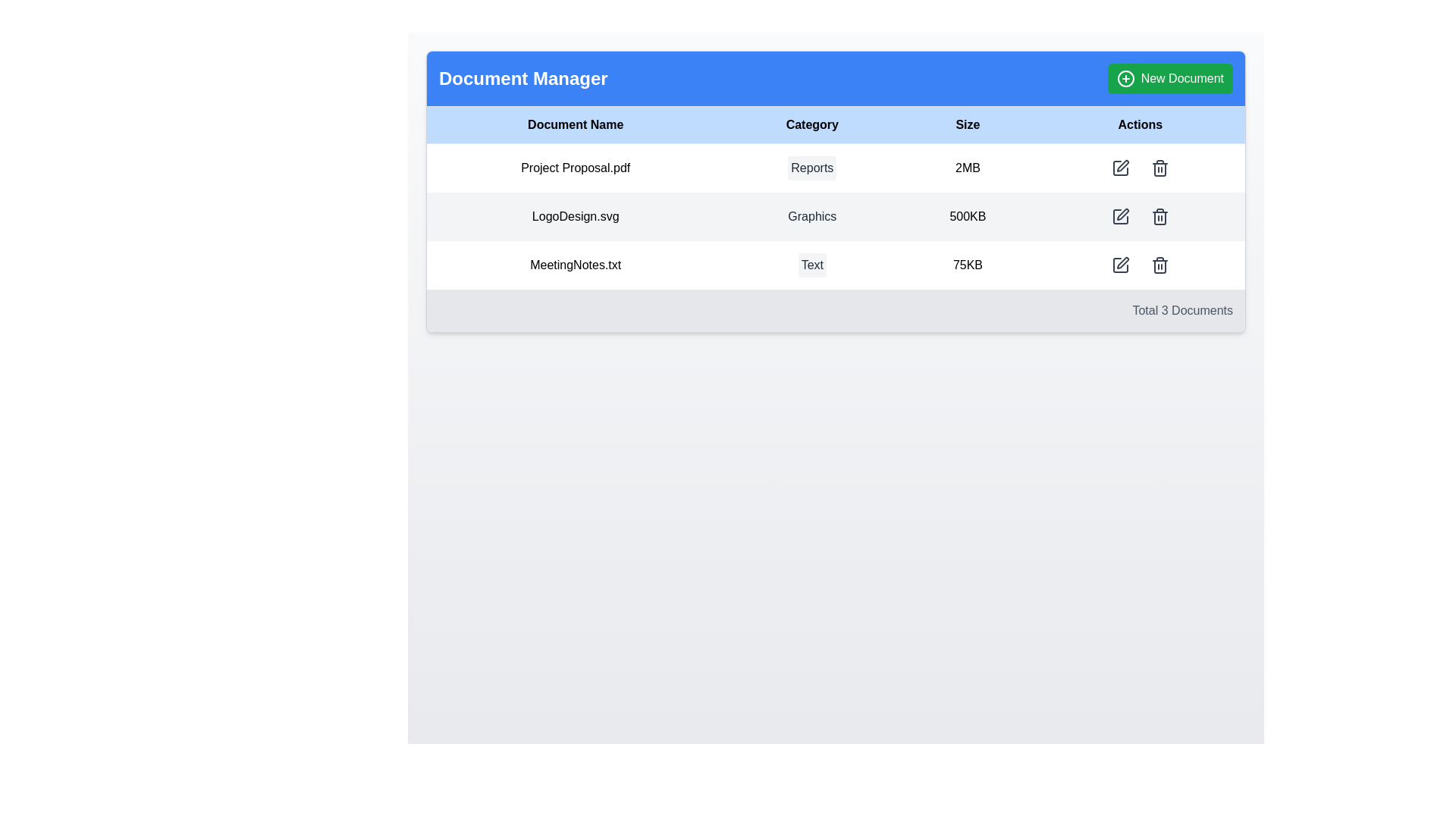  What do you see at coordinates (811, 265) in the screenshot?
I see `the label or badge indicating the category for the document 'MeetingNotes.txt' in the 'Category' column of the table` at bounding box center [811, 265].